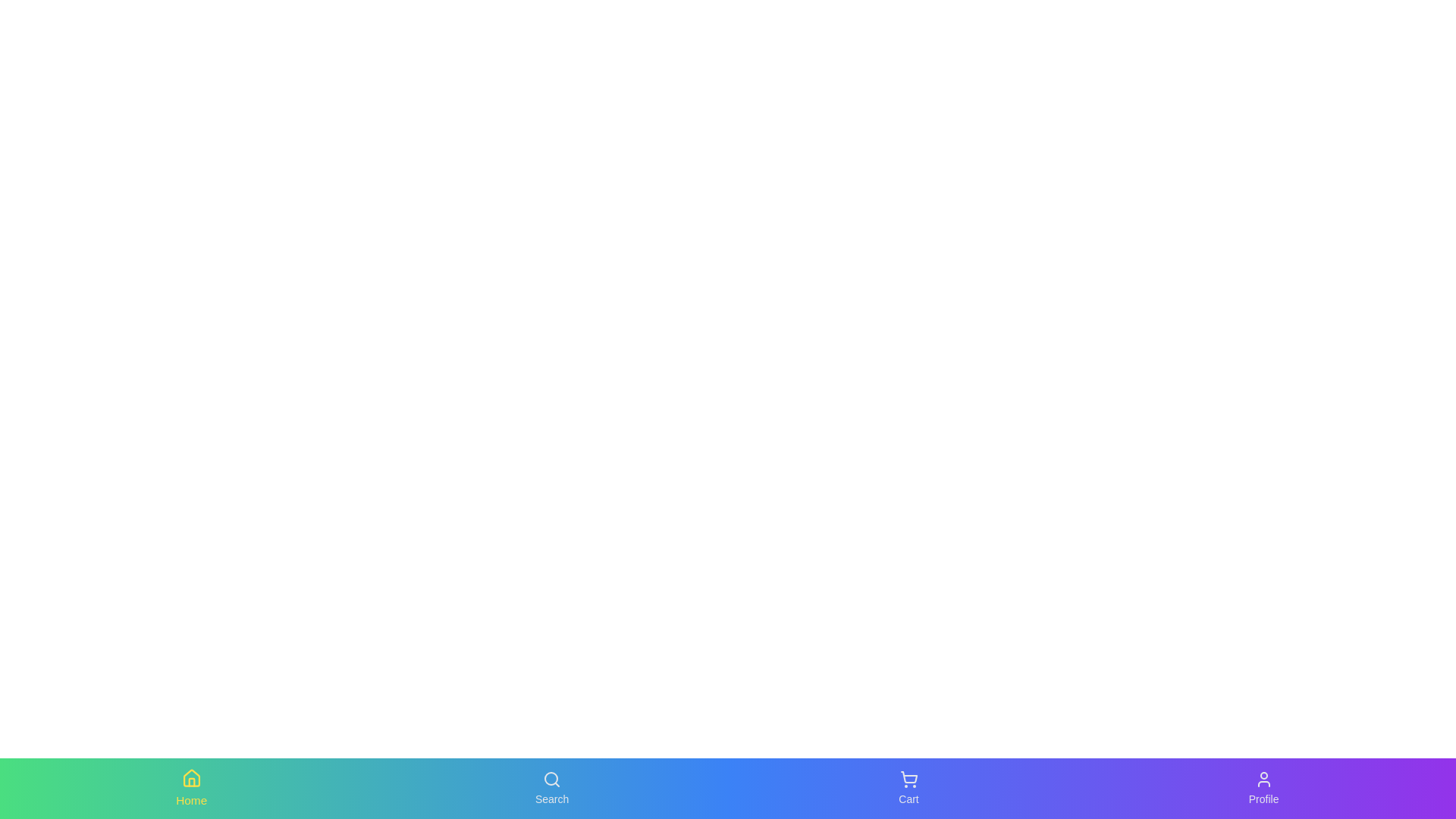 The height and width of the screenshot is (819, 1456). I want to click on the Navigation Button with a user icon labeled 'Profile' located in the bottom-right corner of the interface, so click(1263, 788).